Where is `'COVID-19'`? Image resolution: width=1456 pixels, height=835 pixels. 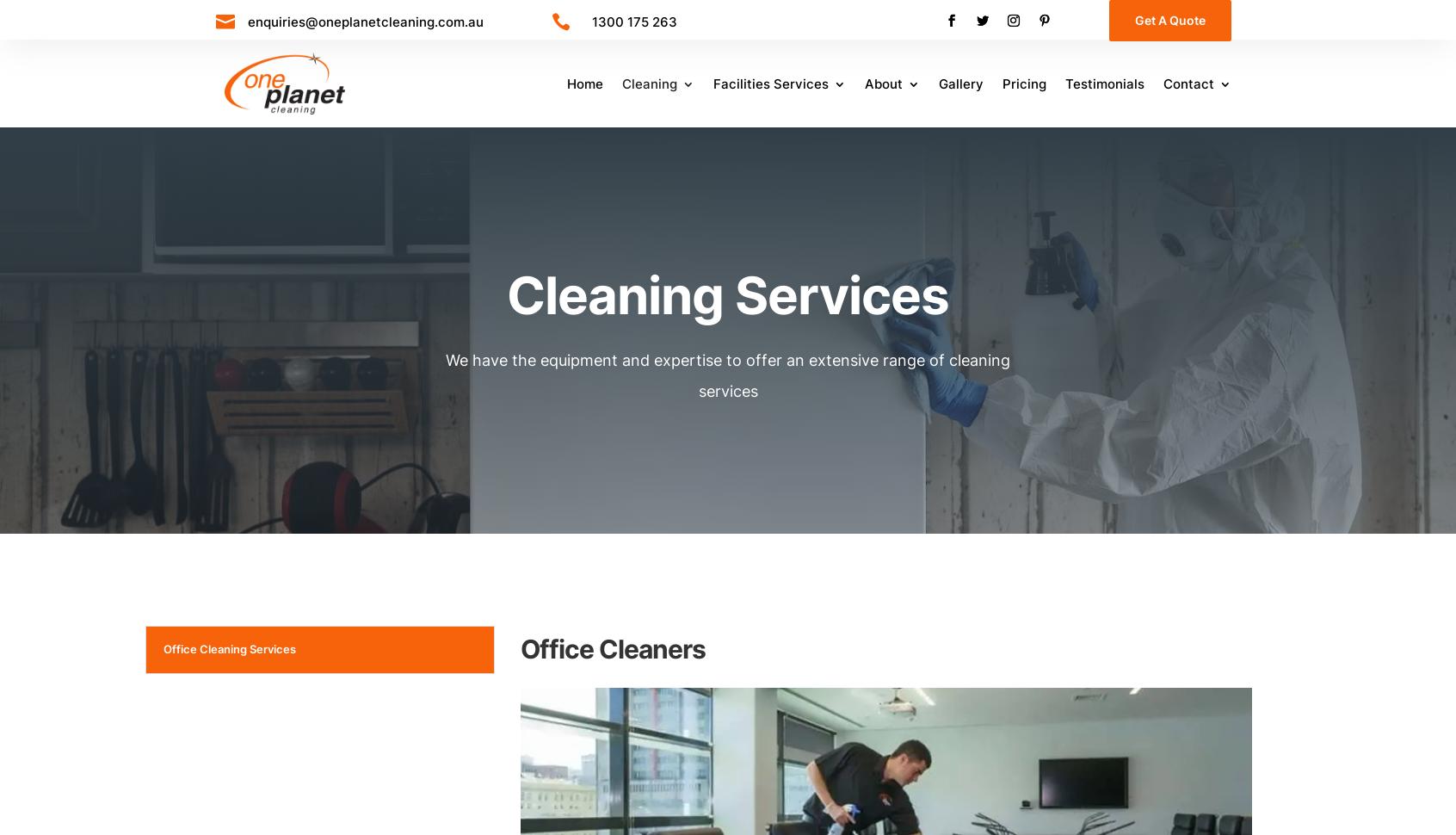 'COVID-19' is located at coordinates (676, 411).